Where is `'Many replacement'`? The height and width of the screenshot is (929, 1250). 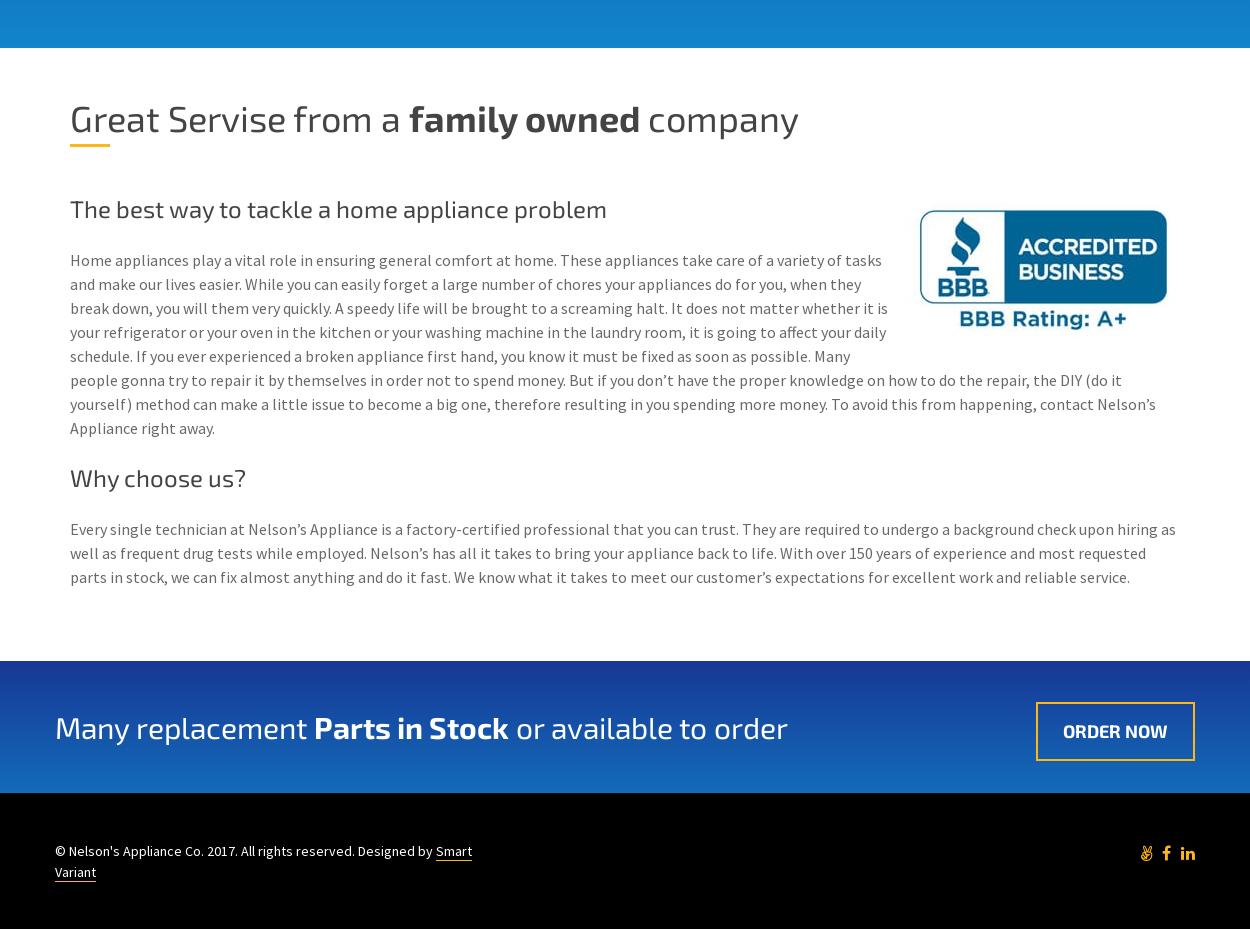
'Many replacement' is located at coordinates (184, 726).